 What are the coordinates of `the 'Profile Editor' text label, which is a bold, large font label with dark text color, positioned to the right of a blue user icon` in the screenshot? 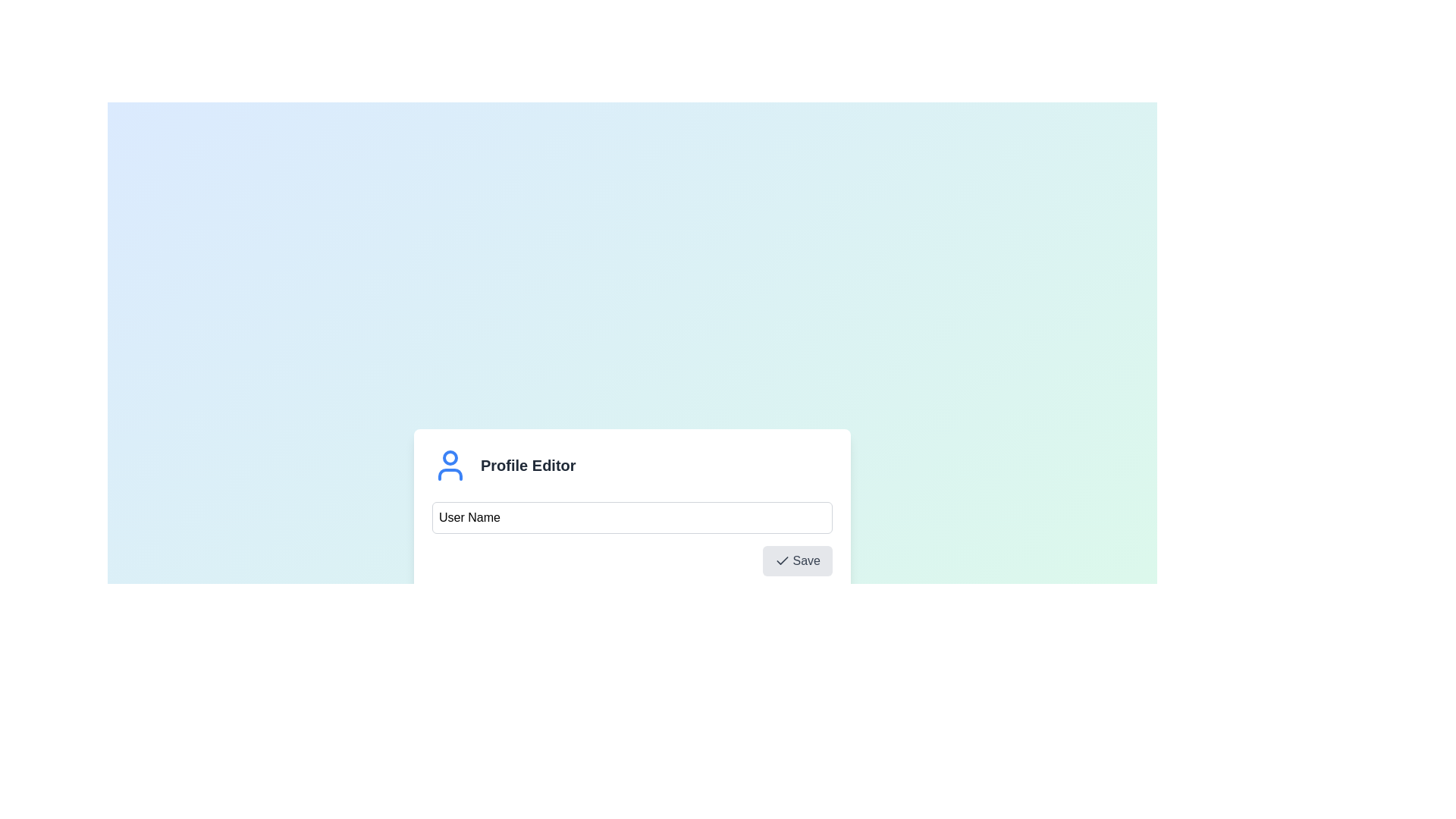 It's located at (528, 464).